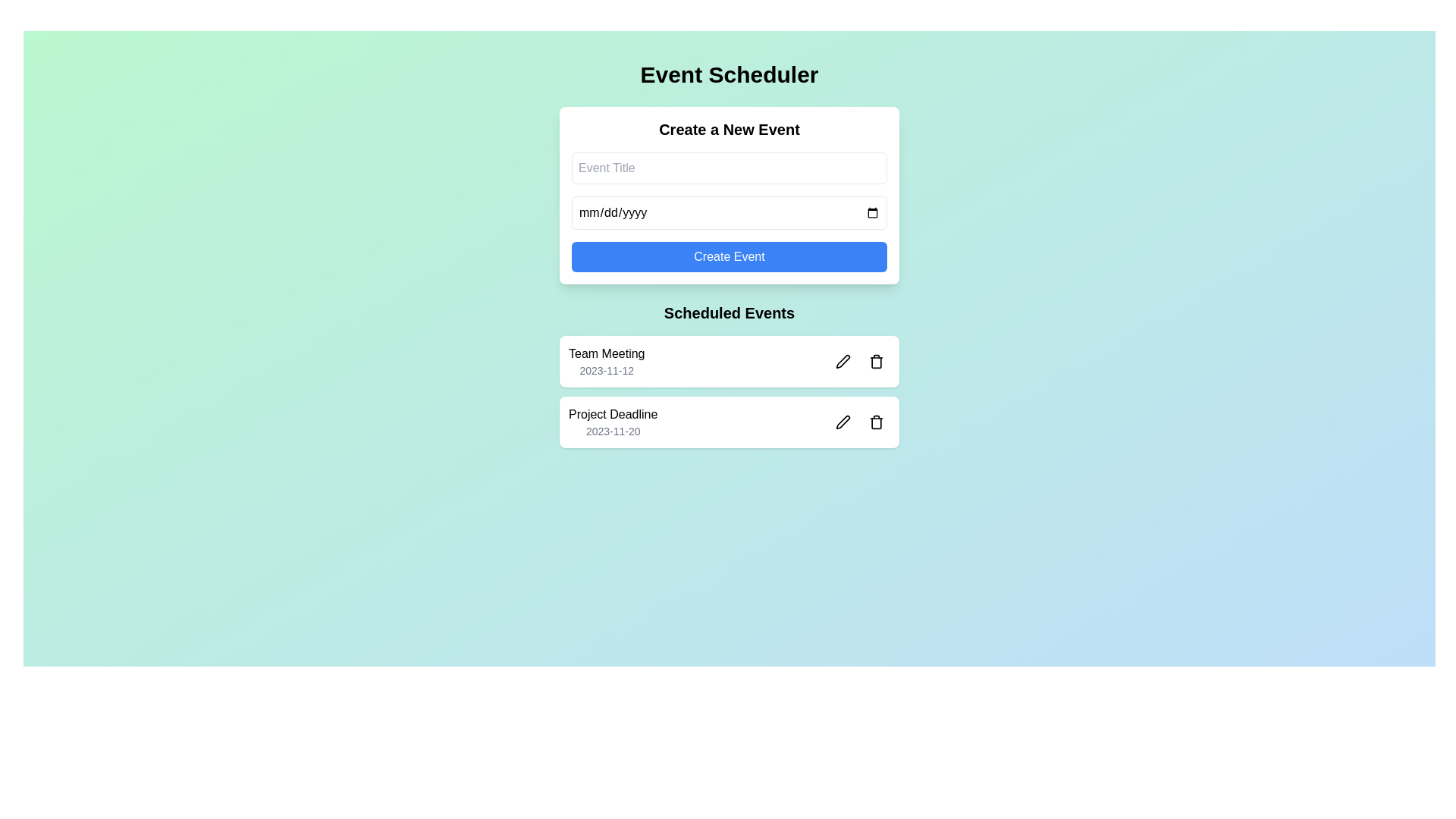 This screenshot has width=1456, height=819. What do you see at coordinates (729, 195) in the screenshot?
I see `the date input field in the event creation form, which is located near the top-center of the interface` at bounding box center [729, 195].